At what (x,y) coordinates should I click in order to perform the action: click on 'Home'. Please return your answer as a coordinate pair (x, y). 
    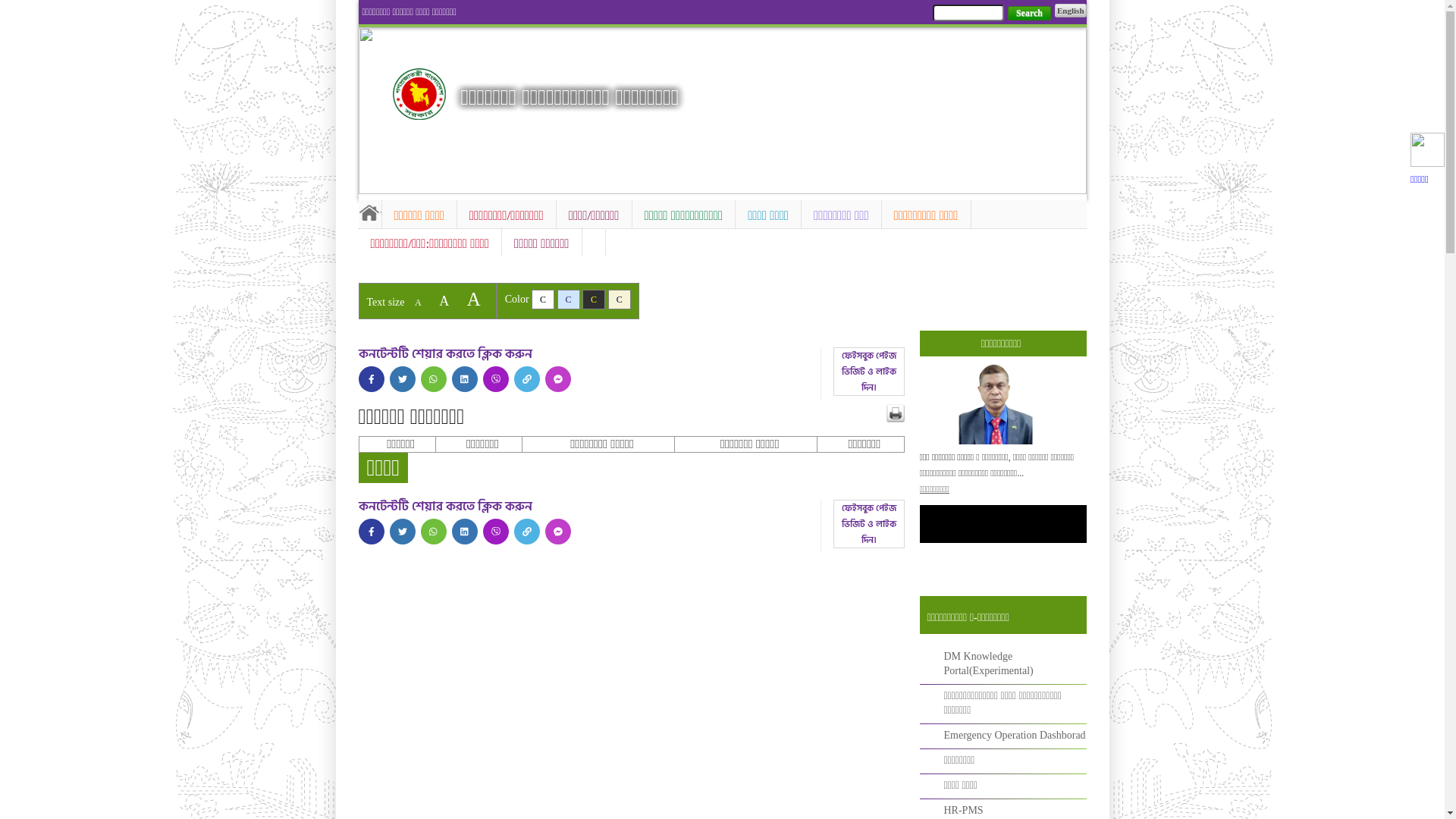
    Looking at the image, I should click on (356, 212).